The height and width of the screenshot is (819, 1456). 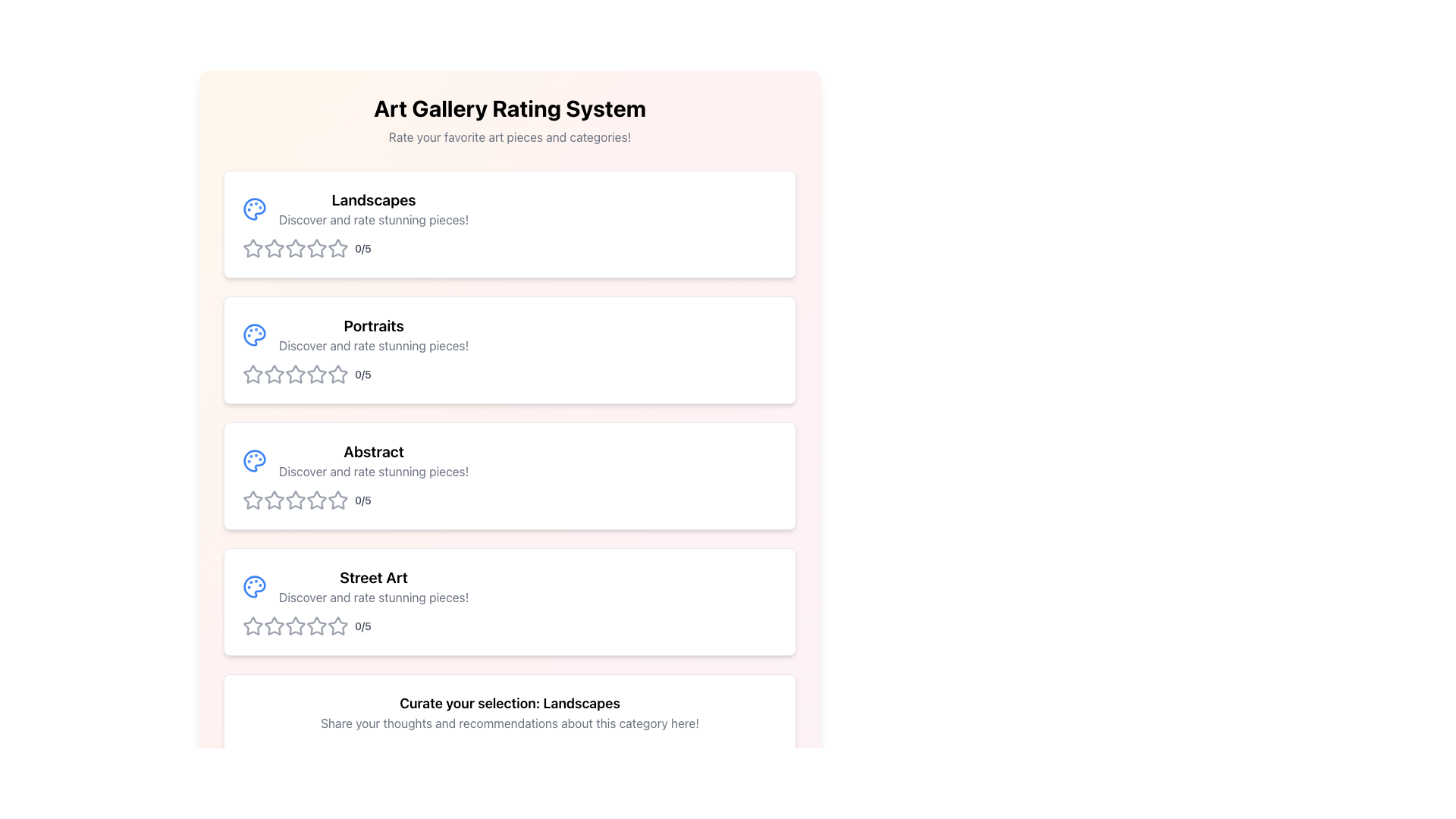 What do you see at coordinates (374, 586) in the screenshot?
I see `the 'Street Art' text block element, which contains the heading and description, aligned to the left and below an art palette icon` at bounding box center [374, 586].